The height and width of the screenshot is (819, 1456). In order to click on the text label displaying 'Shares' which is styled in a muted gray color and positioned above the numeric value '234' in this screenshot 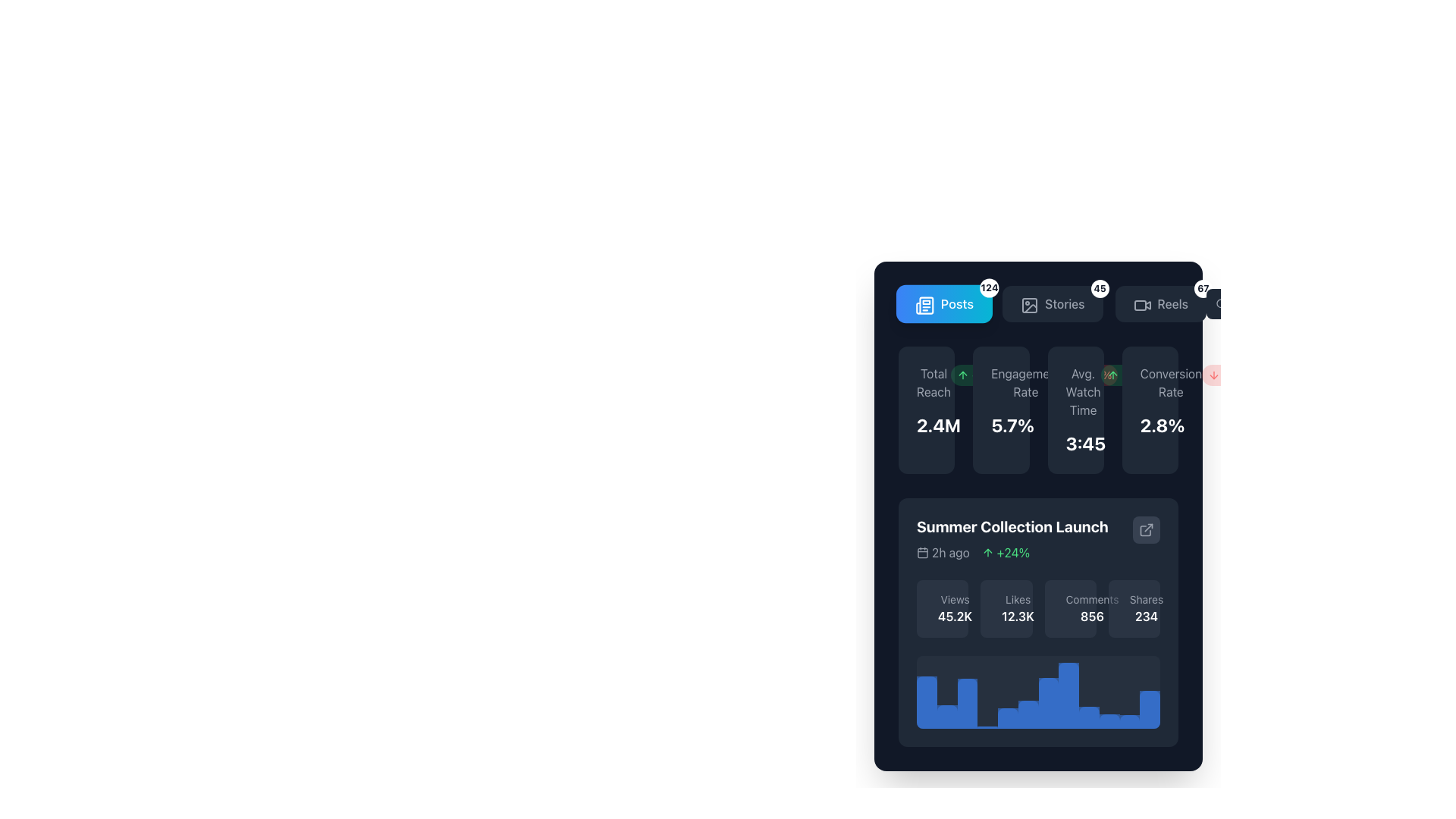, I will do `click(1147, 598)`.